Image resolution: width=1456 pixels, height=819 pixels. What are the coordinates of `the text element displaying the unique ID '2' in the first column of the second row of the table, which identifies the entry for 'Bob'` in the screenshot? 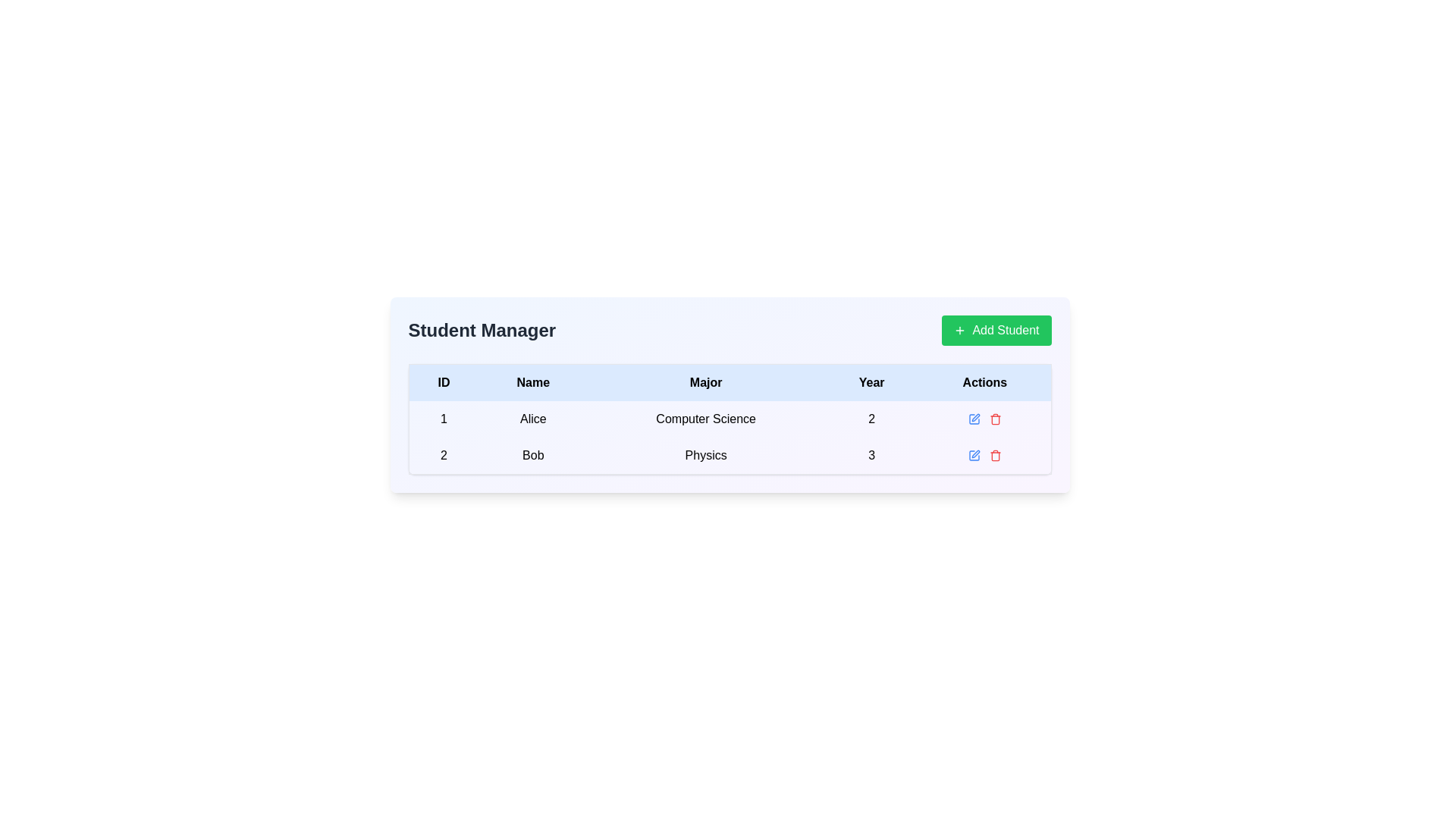 It's located at (443, 455).